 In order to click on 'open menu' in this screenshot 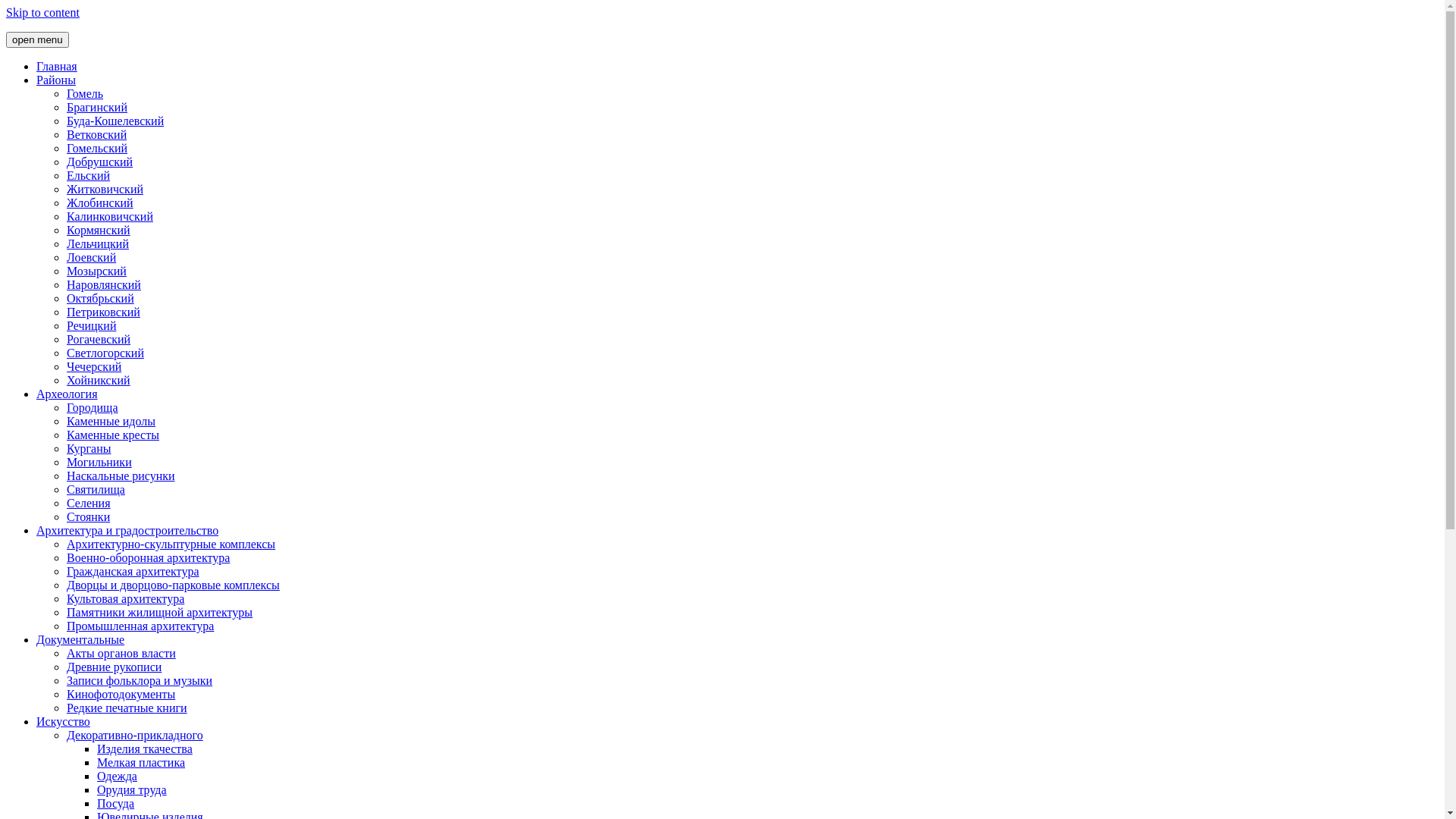, I will do `click(6, 39)`.